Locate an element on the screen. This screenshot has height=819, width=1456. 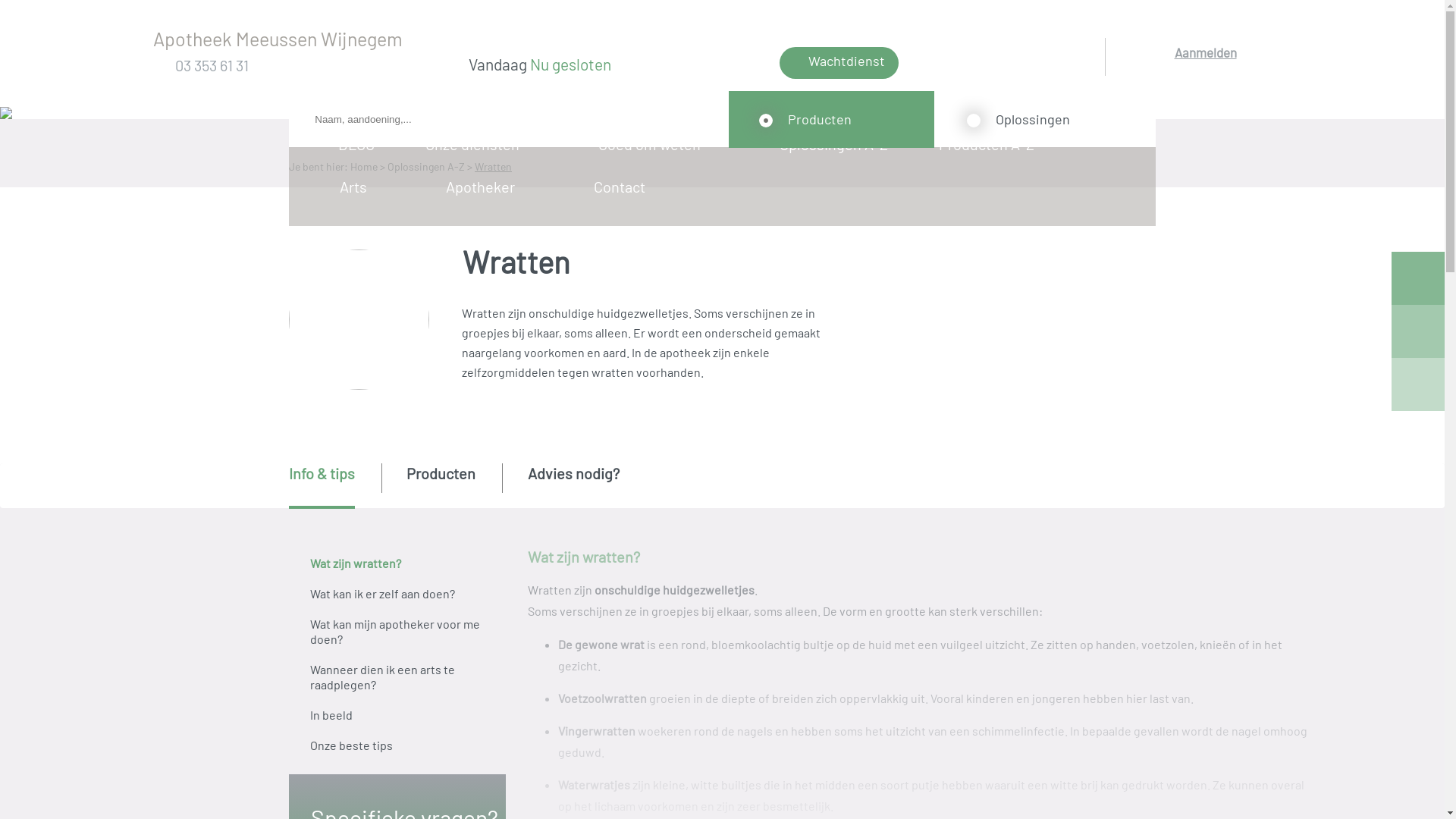
'BLOG' is located at coordinates (361, 143).